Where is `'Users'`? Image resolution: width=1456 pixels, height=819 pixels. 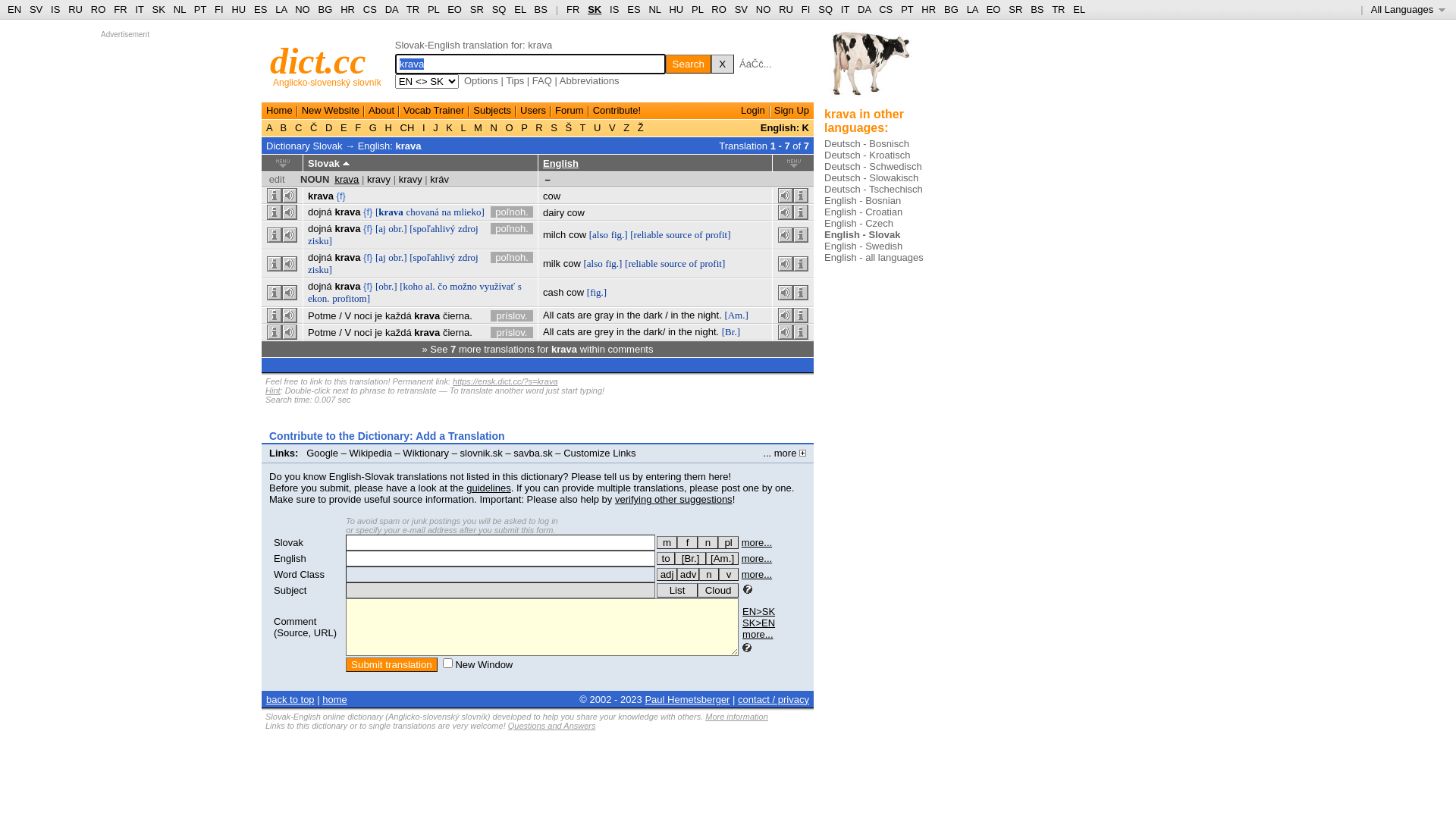 'Users' is located at coordinates (532, 109).